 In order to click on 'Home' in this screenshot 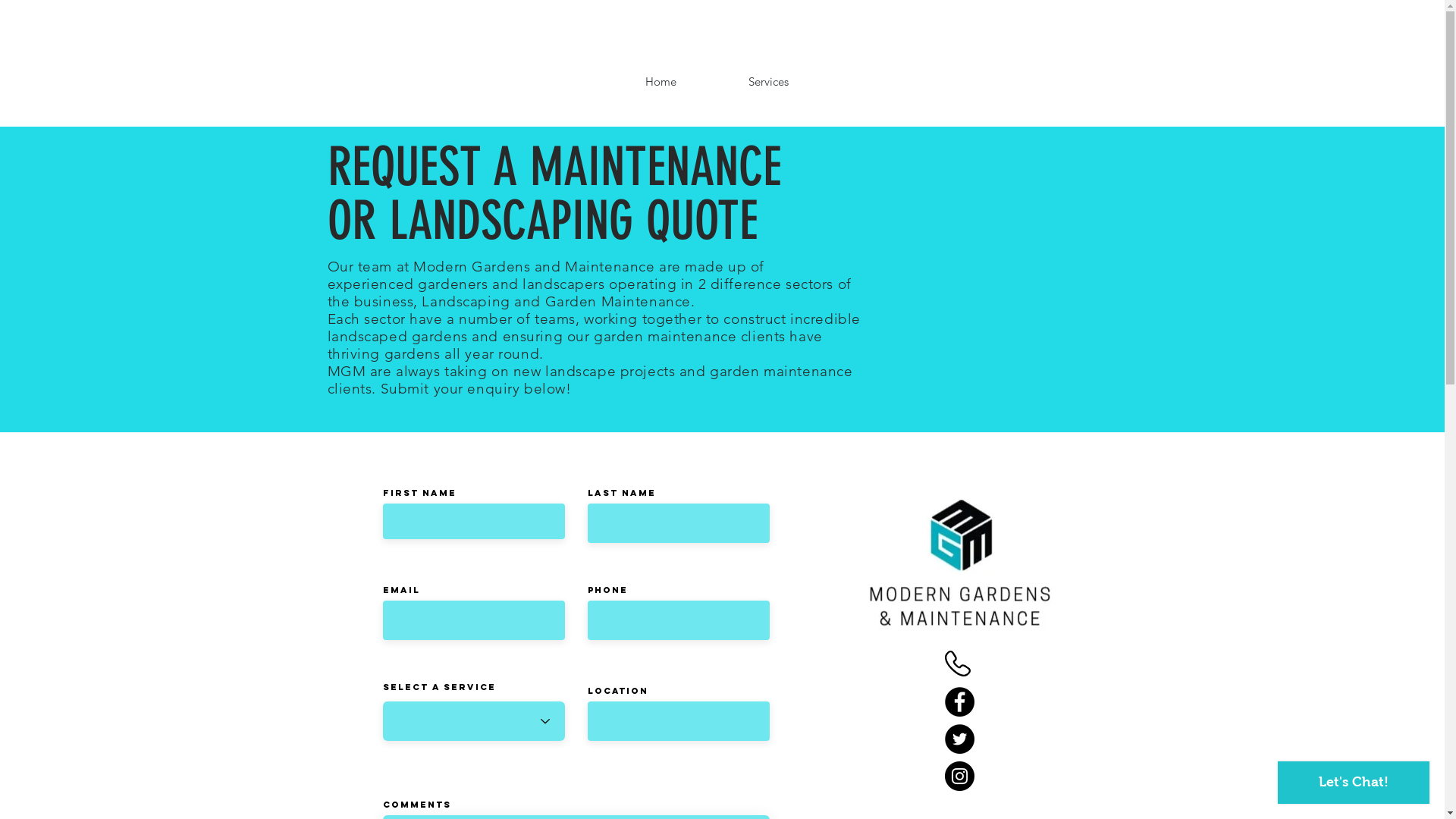, I will do `click(660, 81)`.